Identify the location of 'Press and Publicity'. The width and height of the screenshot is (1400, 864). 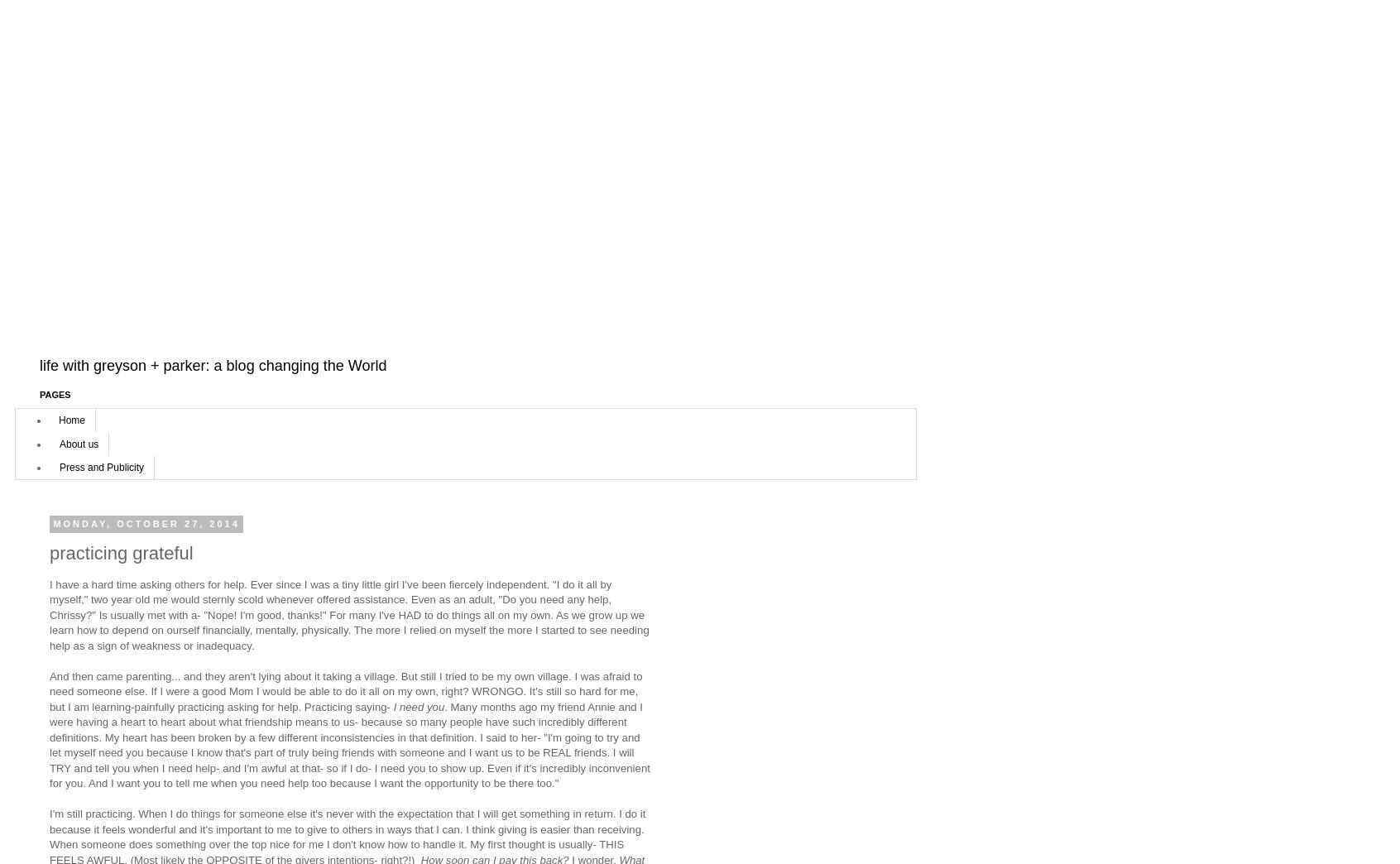
(102, 465).